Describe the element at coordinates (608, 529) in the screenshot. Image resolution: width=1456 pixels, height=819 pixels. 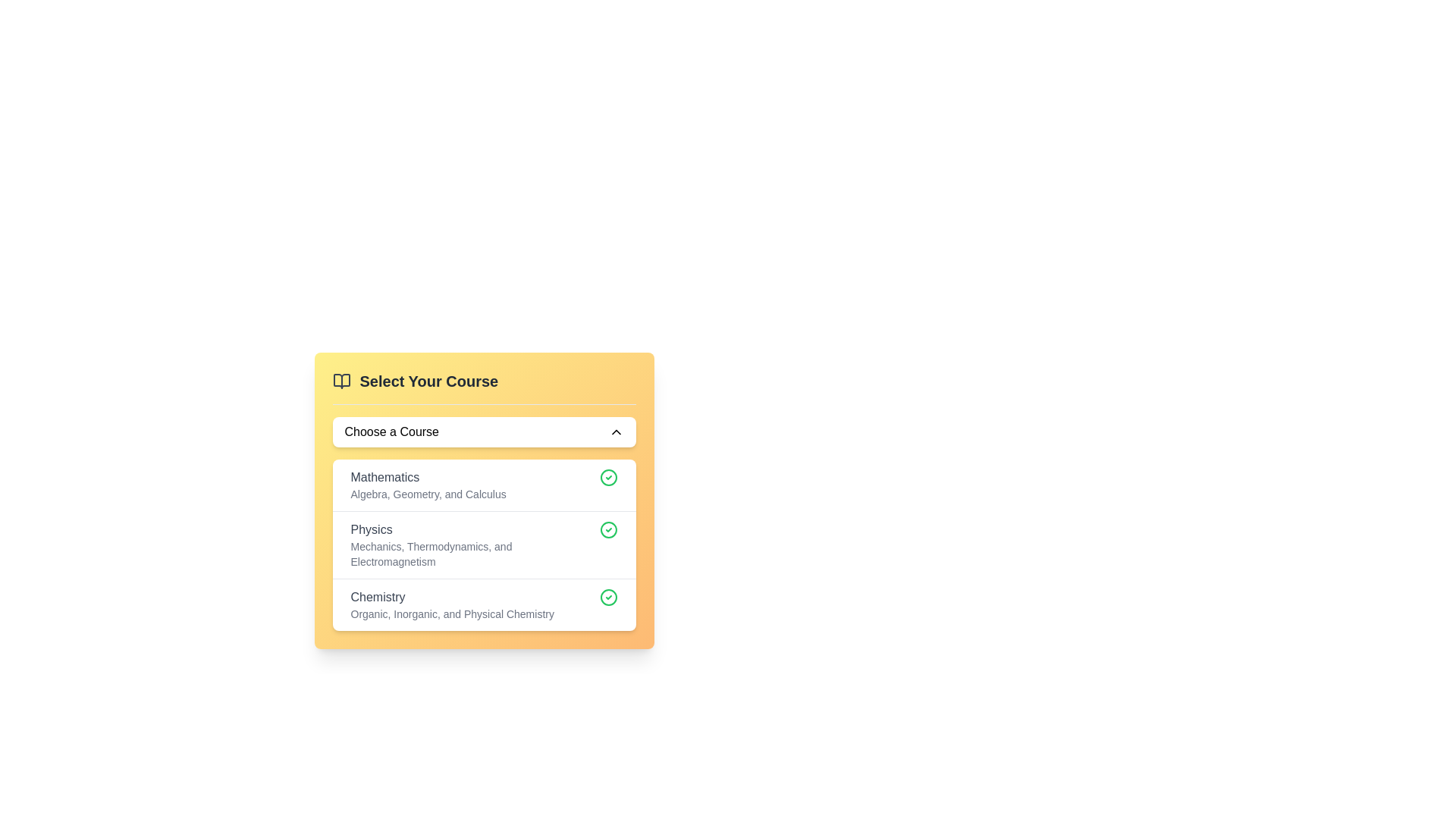
I see `the circular icon with a green checkmark located to the right of the 'Physics' course list item` at that location.